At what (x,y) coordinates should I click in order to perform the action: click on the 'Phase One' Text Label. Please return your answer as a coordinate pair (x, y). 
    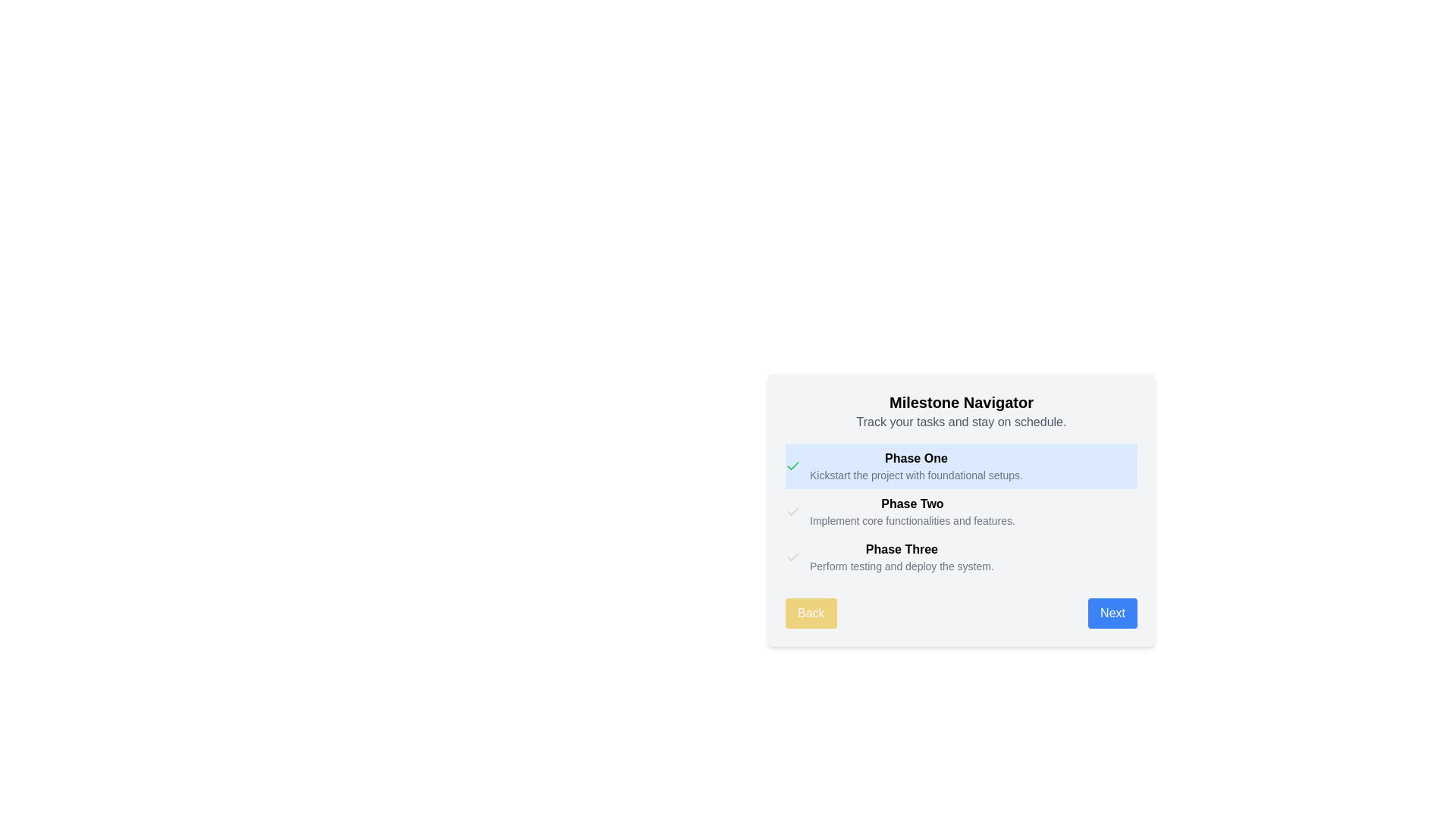
    Looking at the image, I should click on (915, 458).